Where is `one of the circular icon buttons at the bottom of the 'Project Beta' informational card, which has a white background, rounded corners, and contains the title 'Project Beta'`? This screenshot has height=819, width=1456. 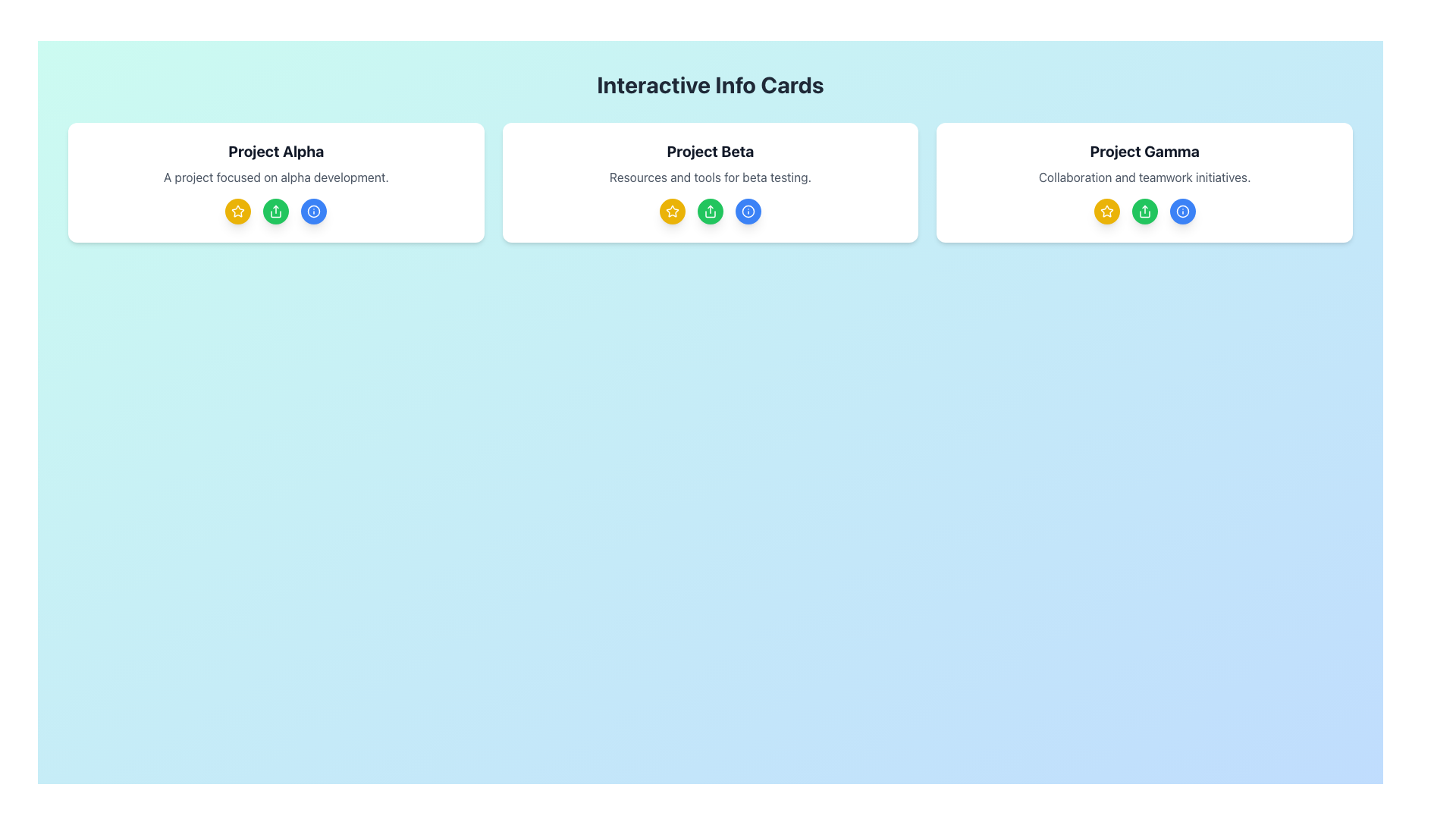
one of the circular icon buttons at the bottom of the 'Project Beta' informational card, which has a white background, rounded corners, and contains the title 'Project Beta' is located at coordinates (709, 181).